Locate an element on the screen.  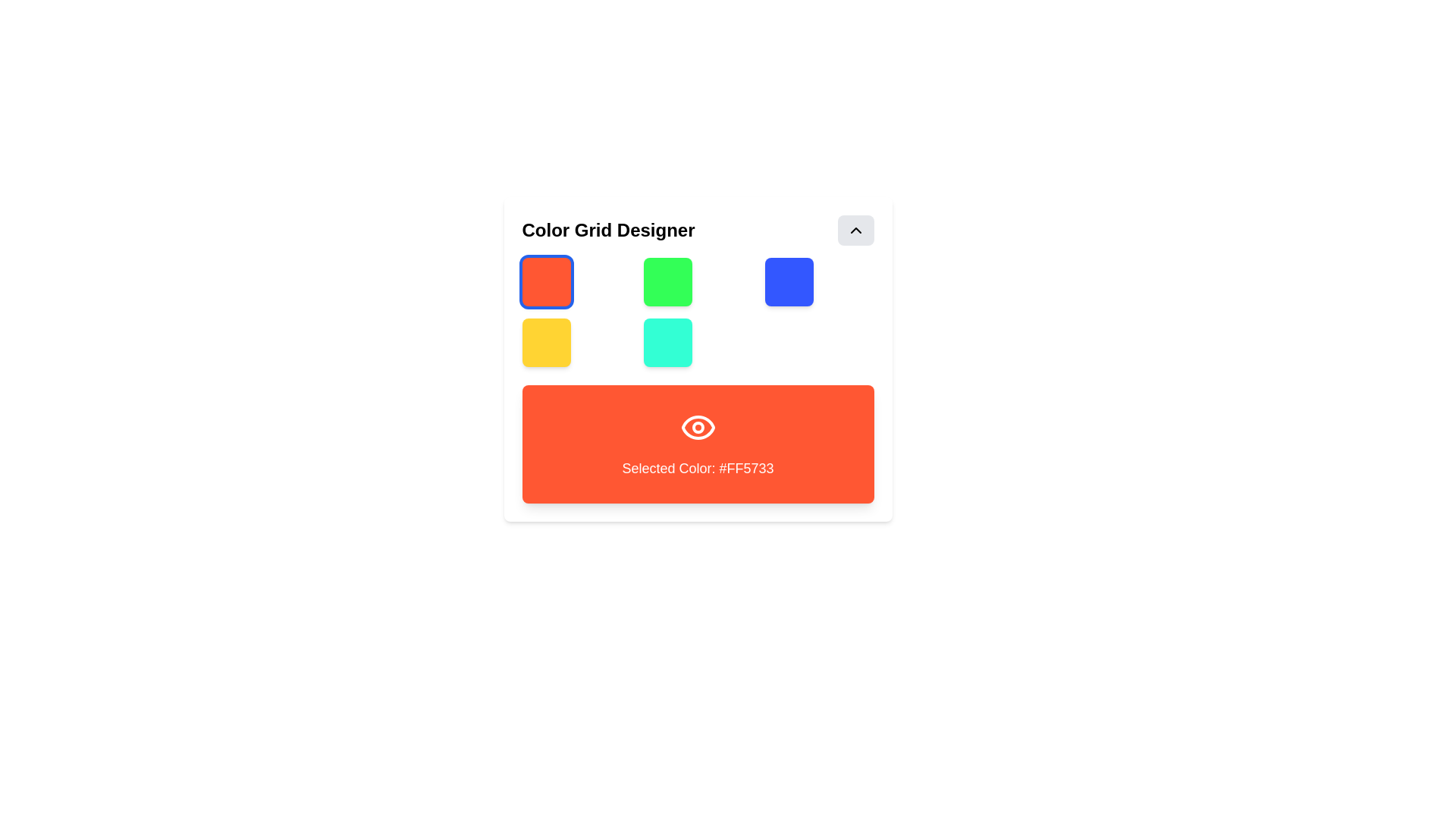
the small blue color selection square located in the third column of the first row within the 'Color Grid Designer' grid is located at coordinates (789, 281).